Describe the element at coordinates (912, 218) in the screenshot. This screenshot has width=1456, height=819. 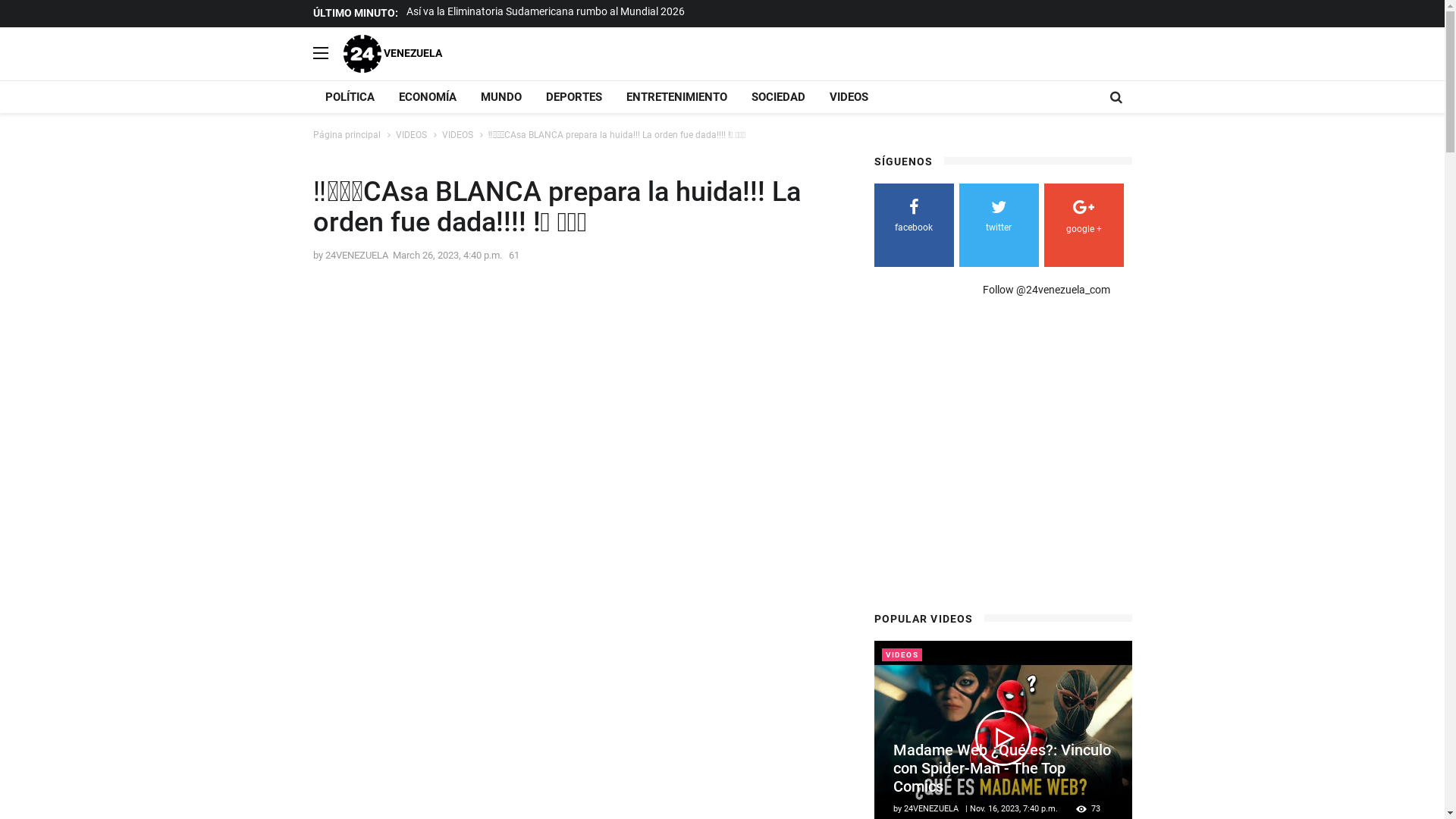
I see `'facebook'` at that location.